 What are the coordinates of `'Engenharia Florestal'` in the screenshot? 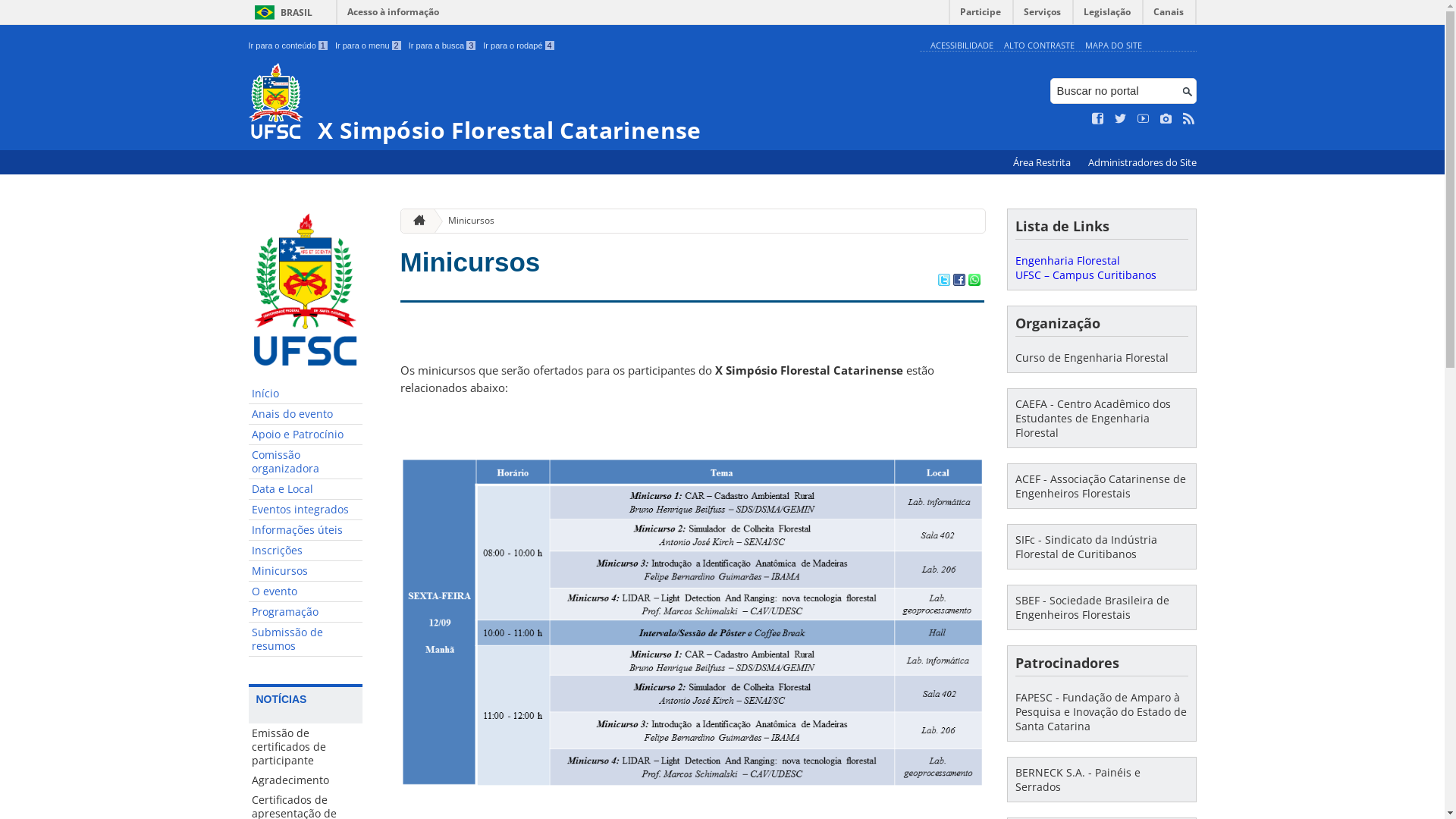 It's located at (1065, 259).